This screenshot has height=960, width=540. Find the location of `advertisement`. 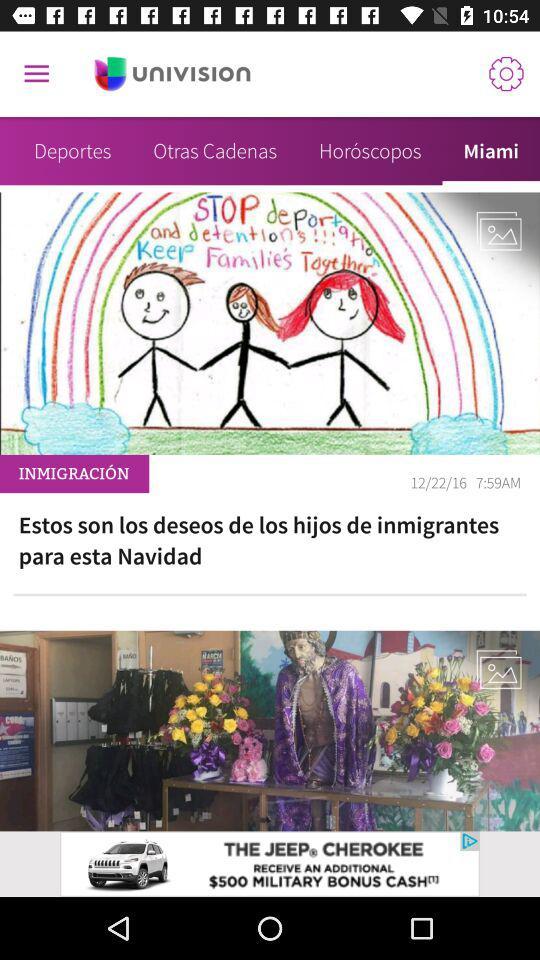

advertisement is located at coordinates (270, 863).